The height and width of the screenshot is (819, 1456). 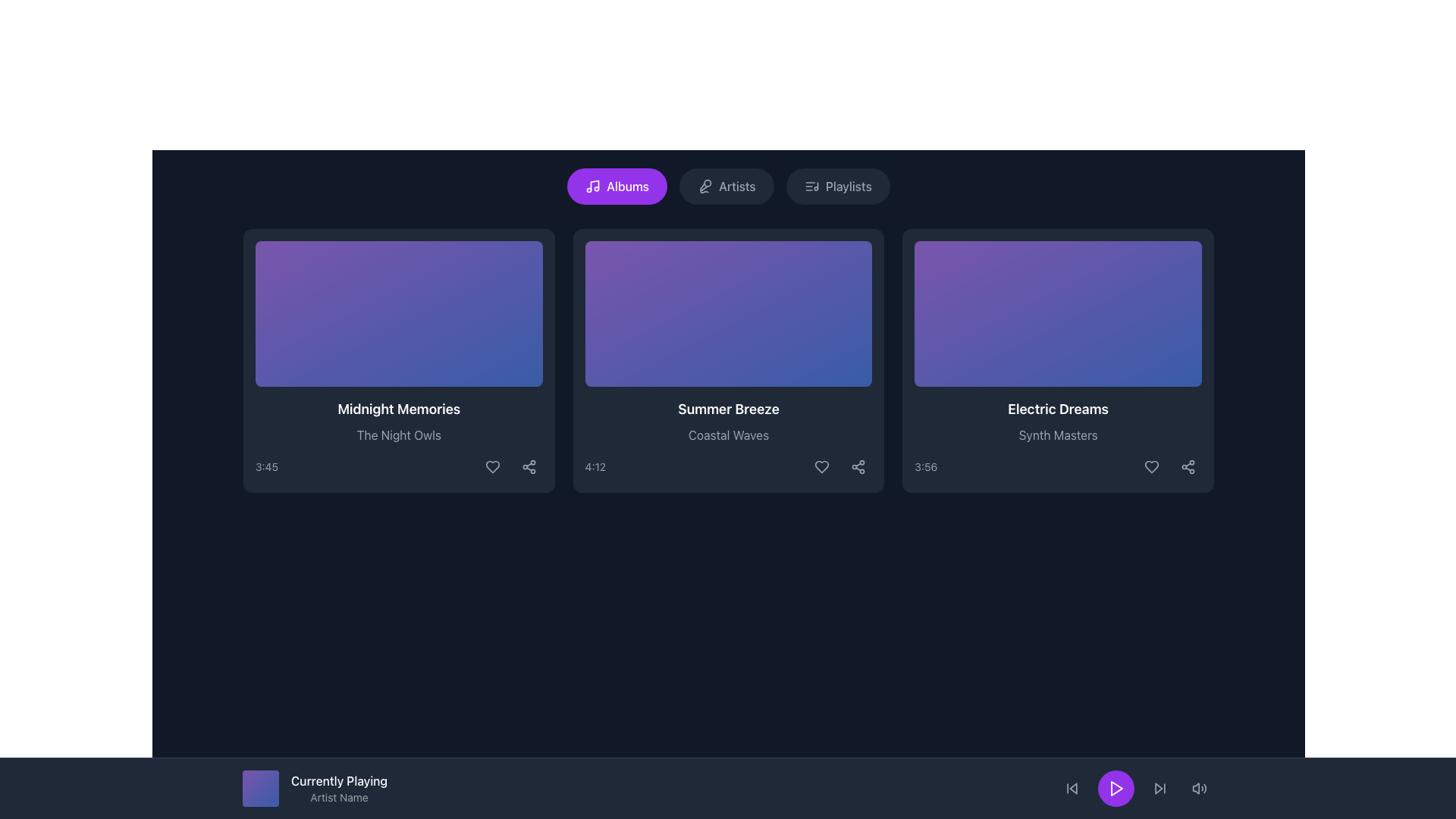 I want to click on the 'skip forward' button located in the bottom playback control panel, to the immediate right of the central play button, so click(x=1159, y=788).